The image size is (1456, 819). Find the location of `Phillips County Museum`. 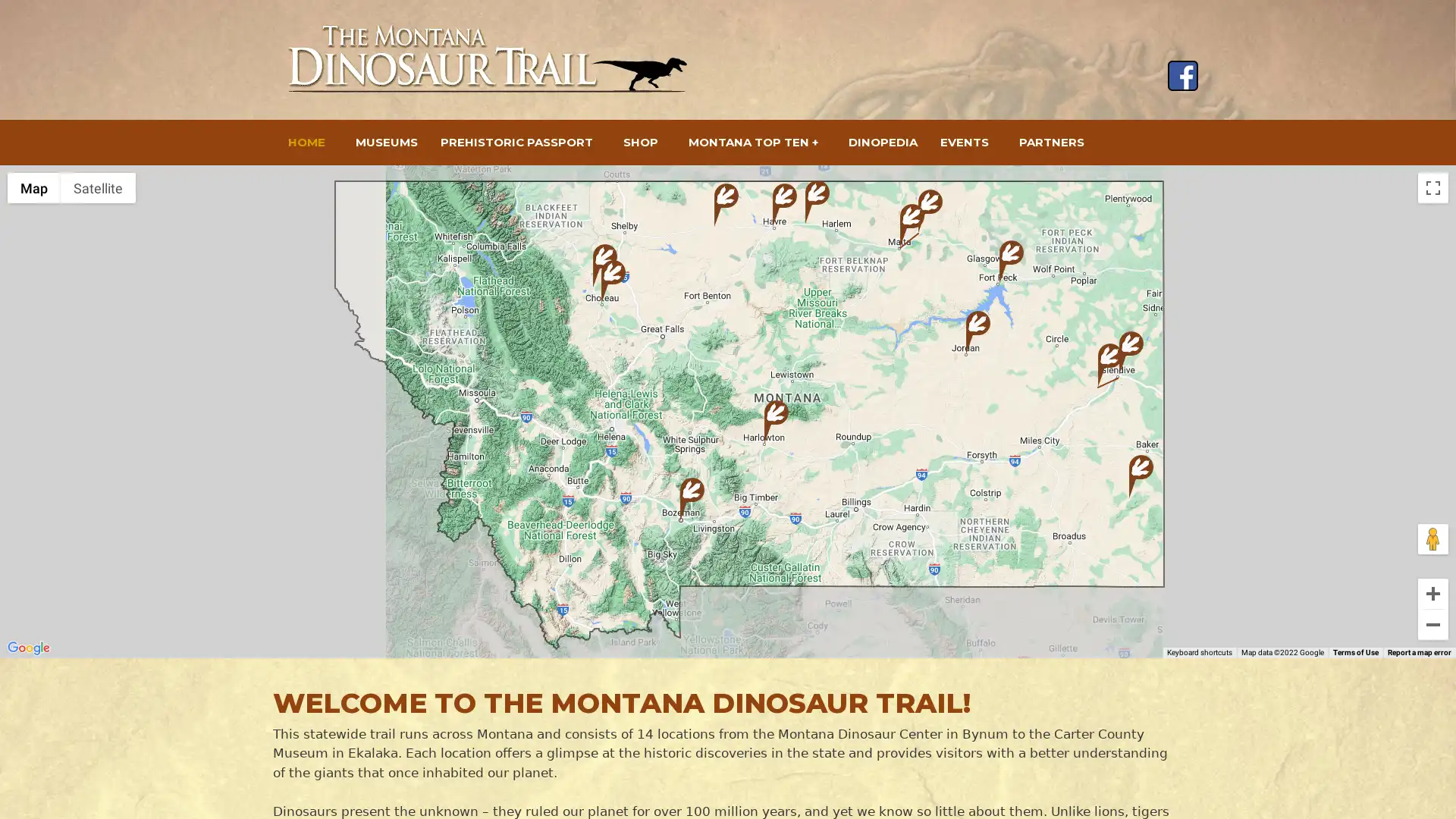

Phillips County Museum is located at coordinates (930, 211).